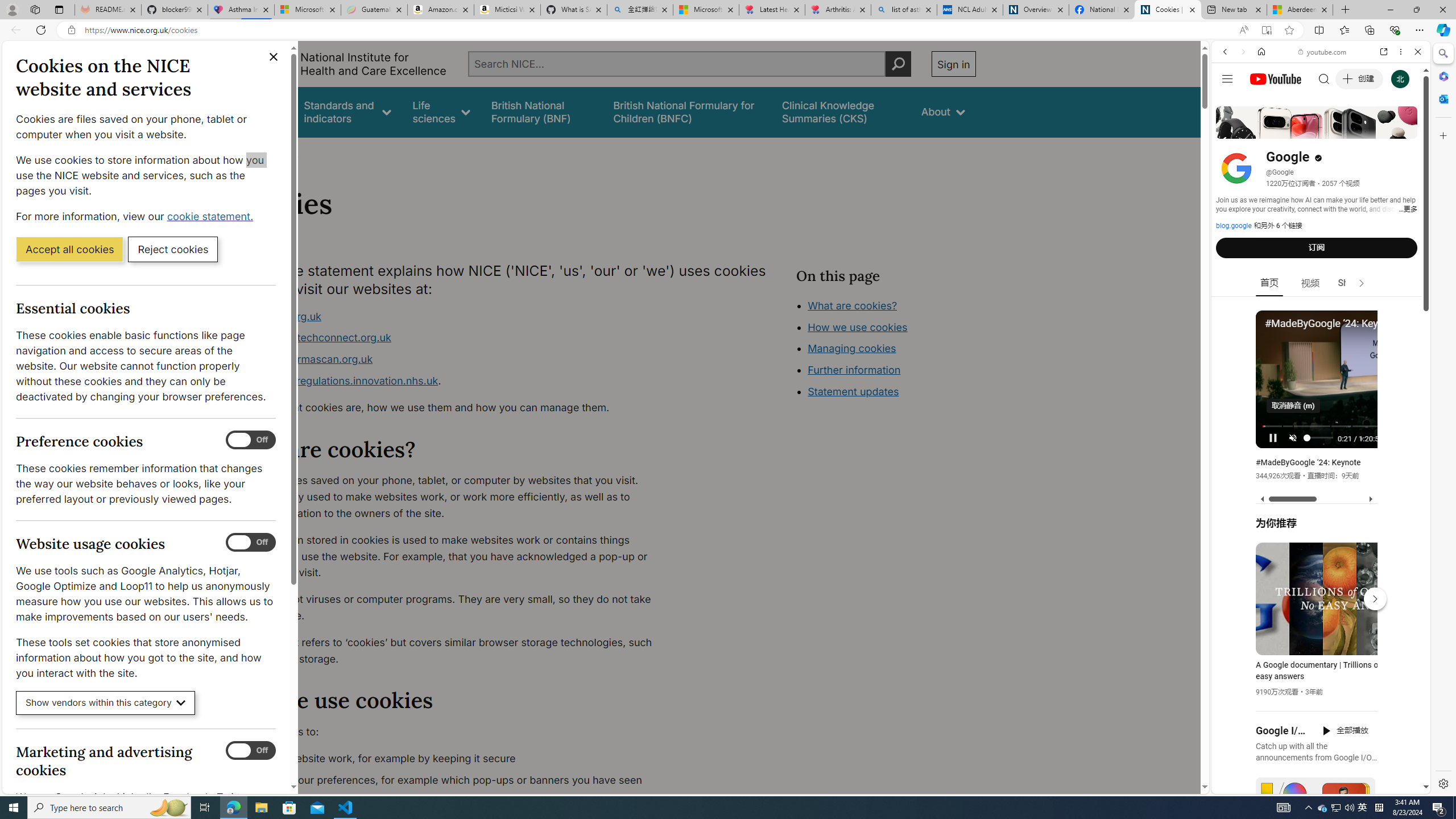  I want to click on 'Search Filter, IMAGES', so click(1262, 129).